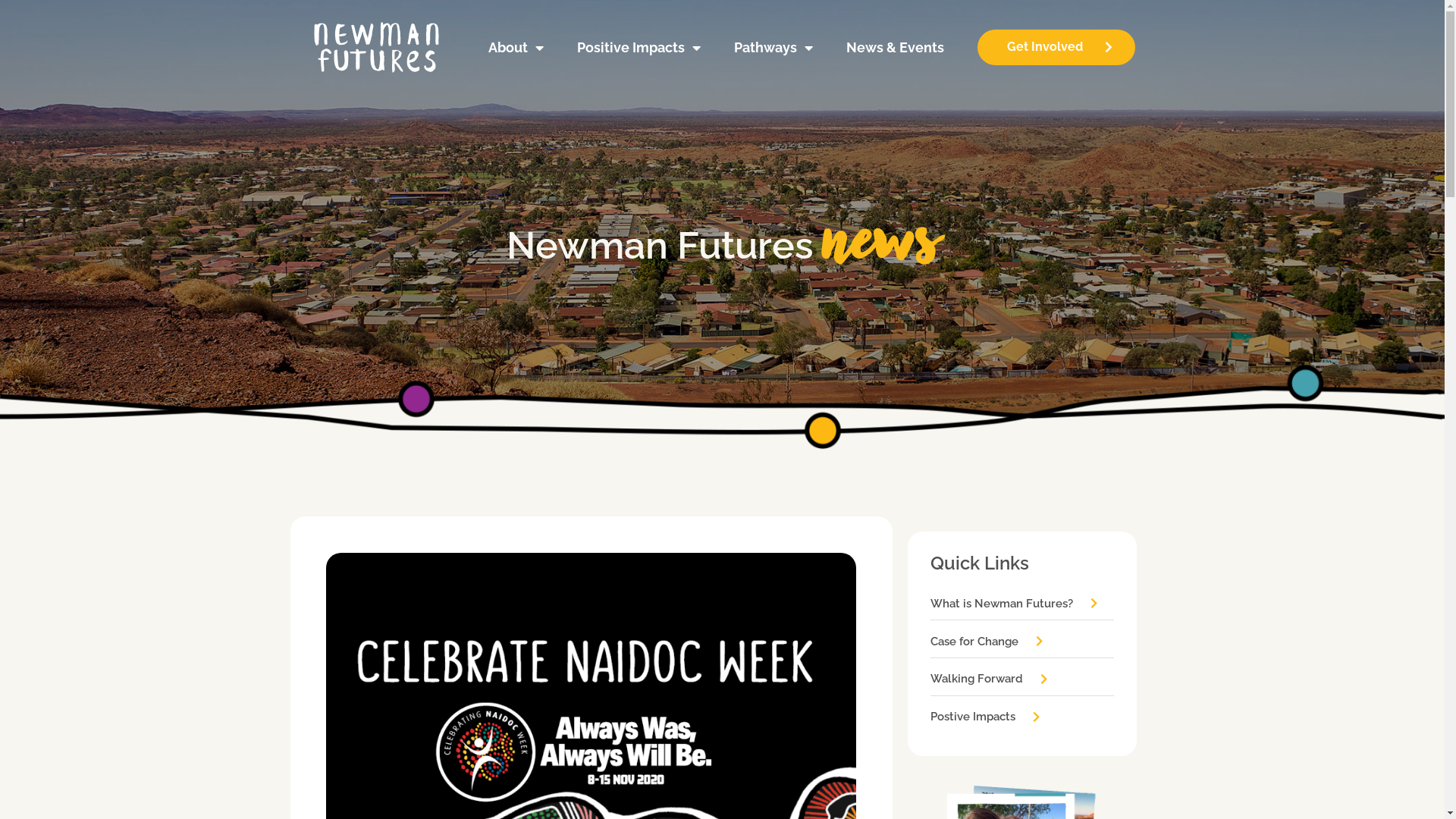  Describe the element at coordinates (720, 46) in the screenshot. I see `'Pathways'` at that location.